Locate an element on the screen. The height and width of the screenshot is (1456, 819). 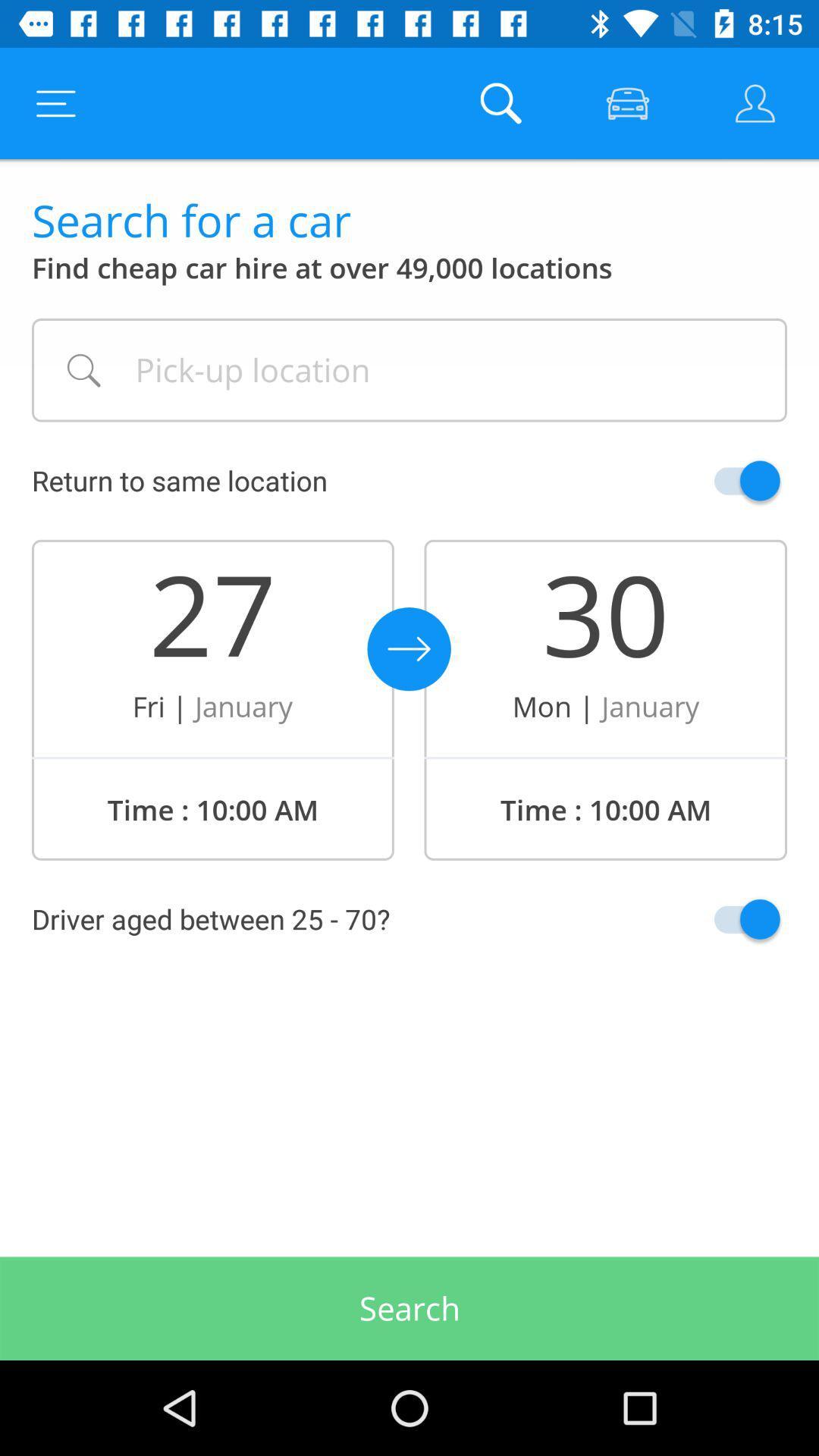
driver age confirmation is located at coordinates (711, 918).